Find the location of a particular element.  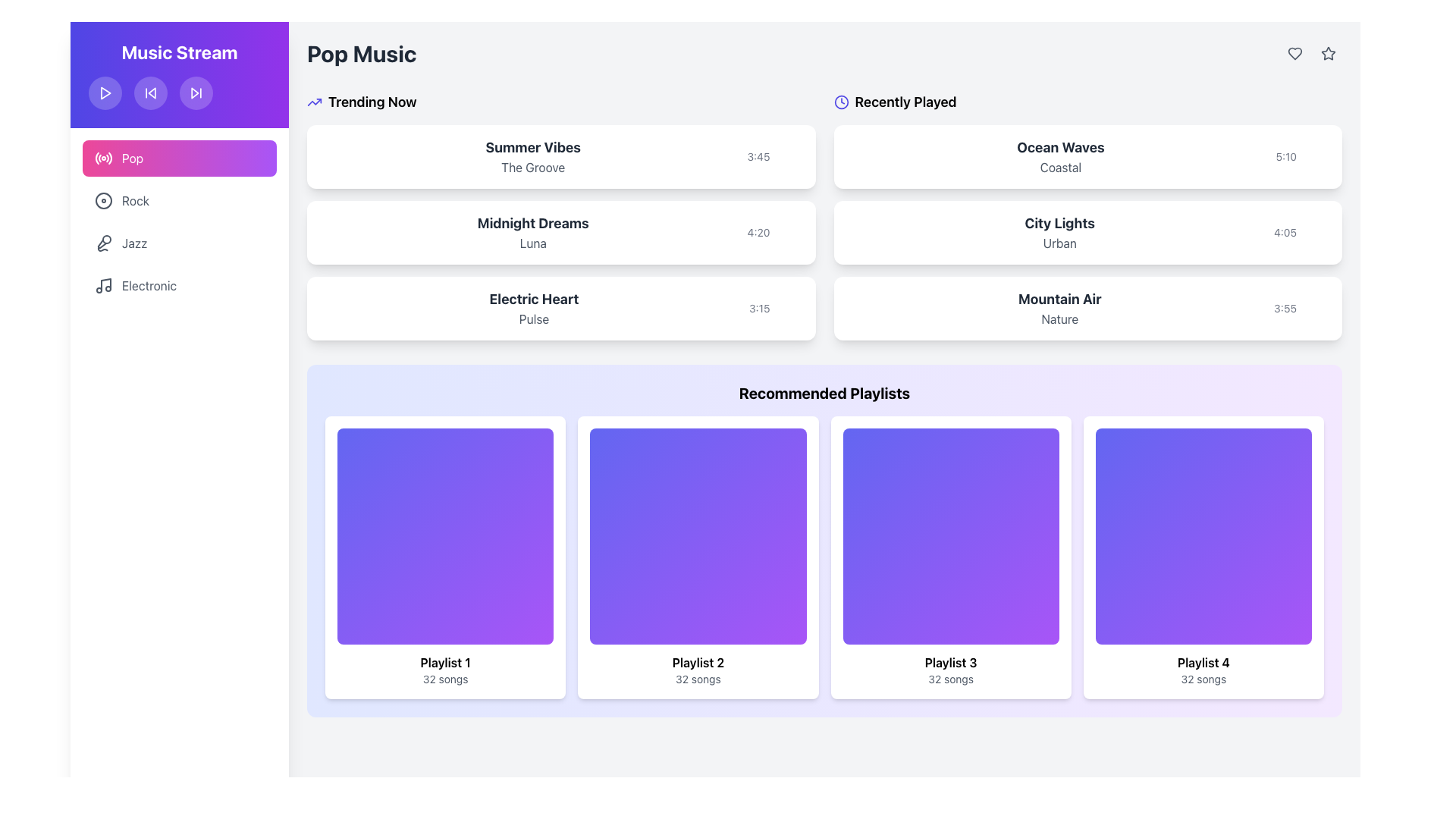

keyboard navigation is located at coordinates (1328, 52).